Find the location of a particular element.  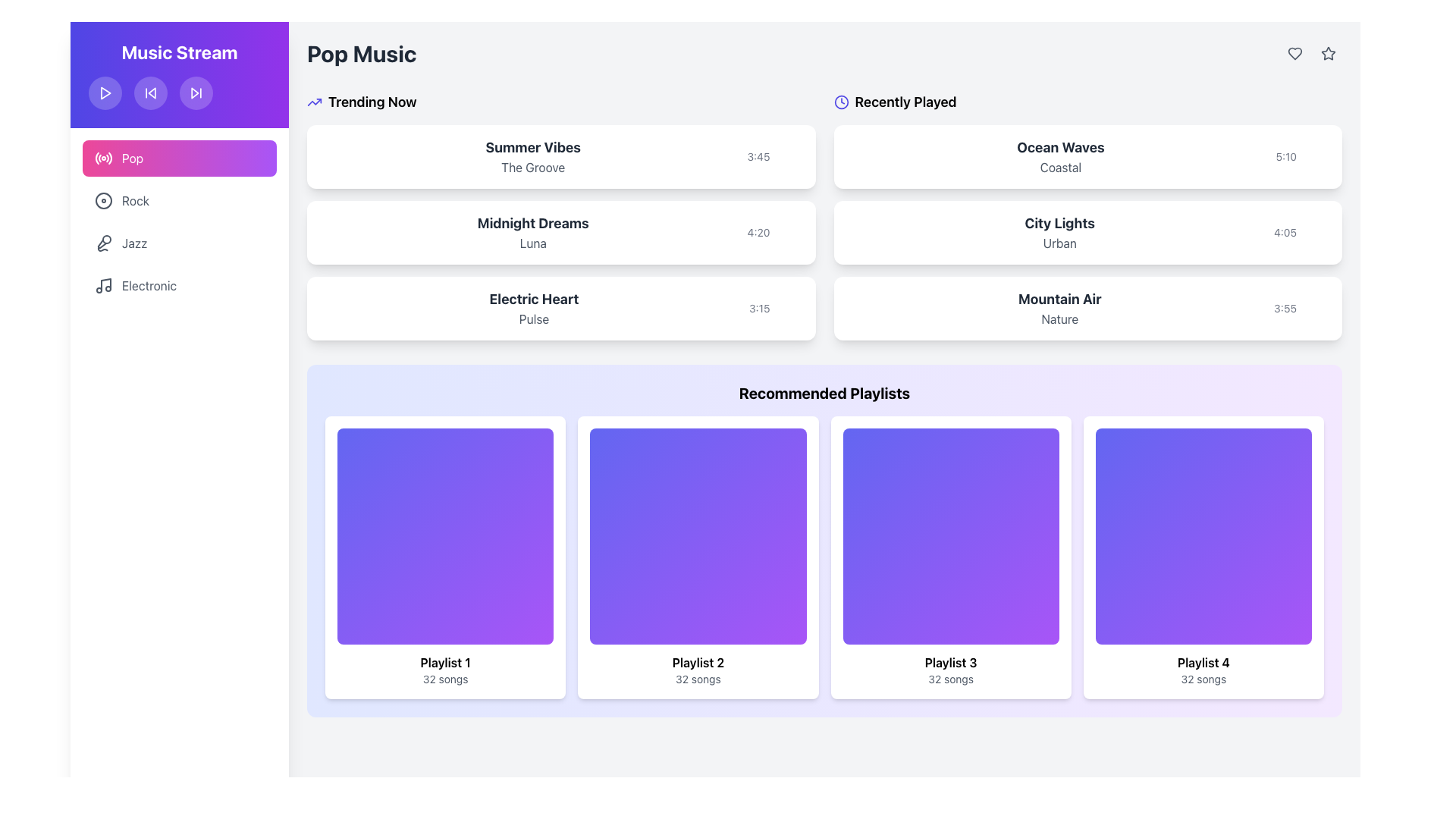

keyboard navigation is located at coordinates (1328, 52).